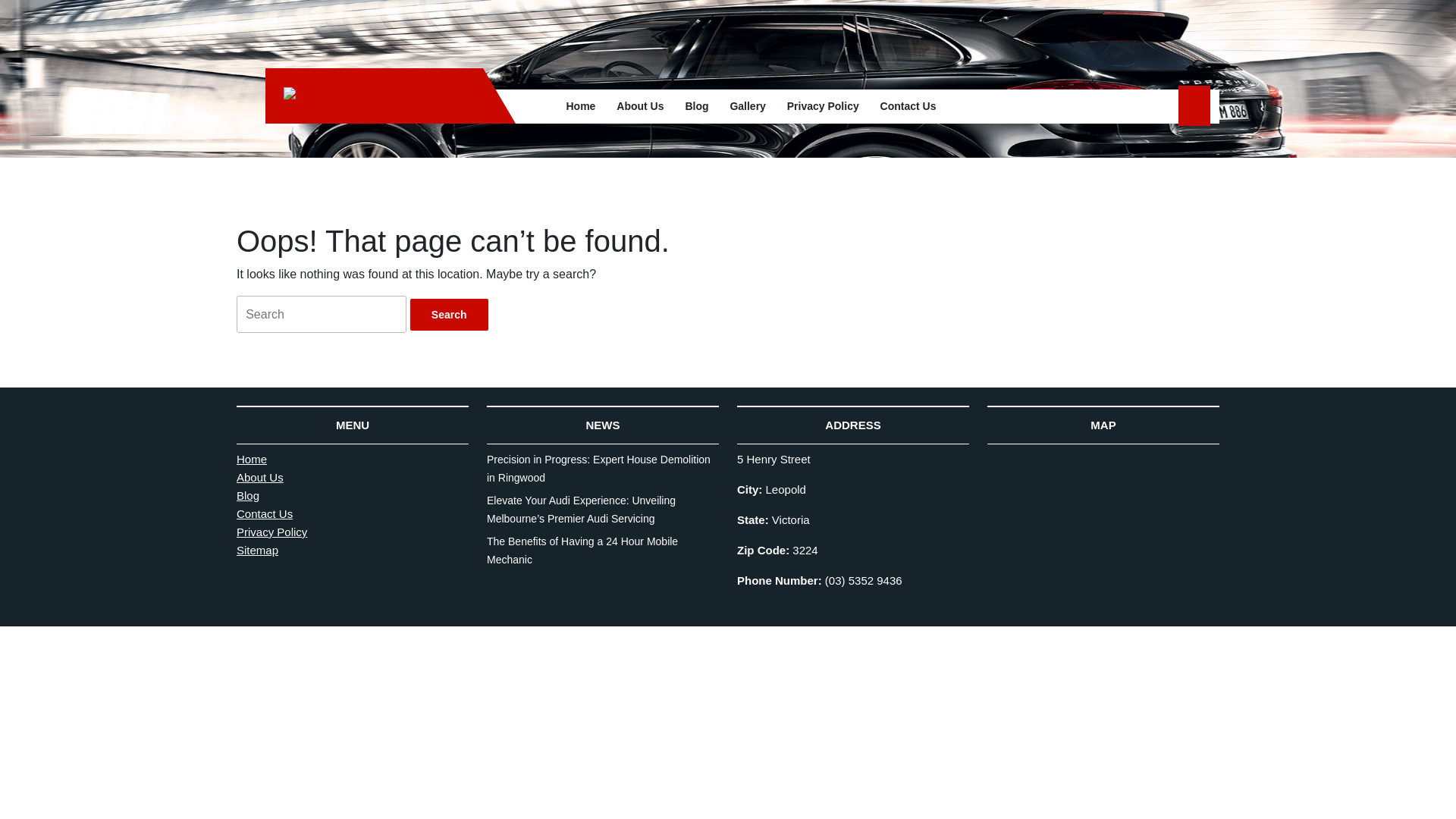 This screenshot has height=819, width=1456. What do you see at coordinates (579, 105) in the screenshot?
I see `'Home'` at bounding box center [579, 105].